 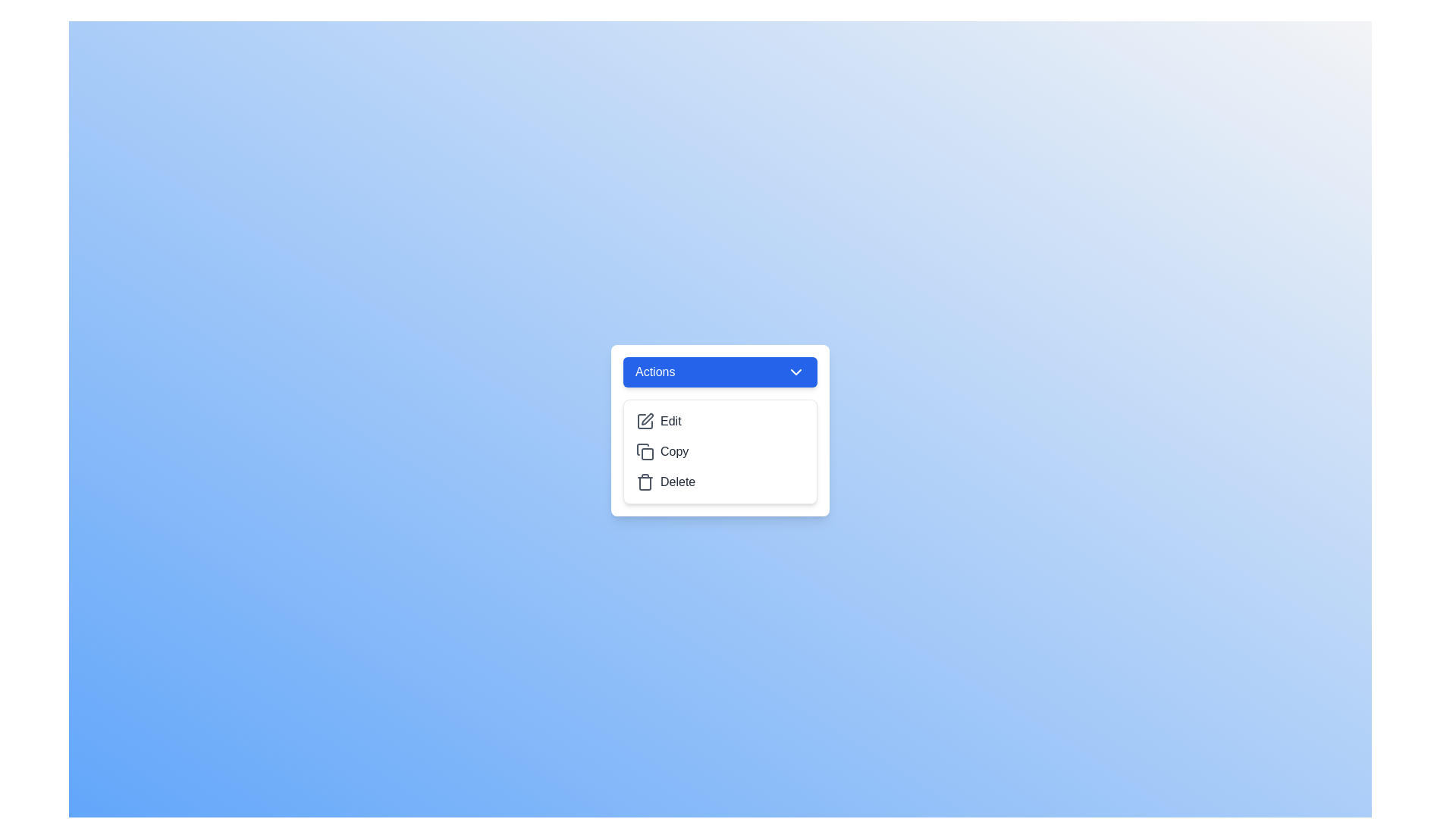 What do you see at coordinates (720, 482) in the screenshot?
I see `the 'Delete' button, which is the third option in a vertically stacked list of buttons in a dropdown menu` at bounding box center [720, 482].